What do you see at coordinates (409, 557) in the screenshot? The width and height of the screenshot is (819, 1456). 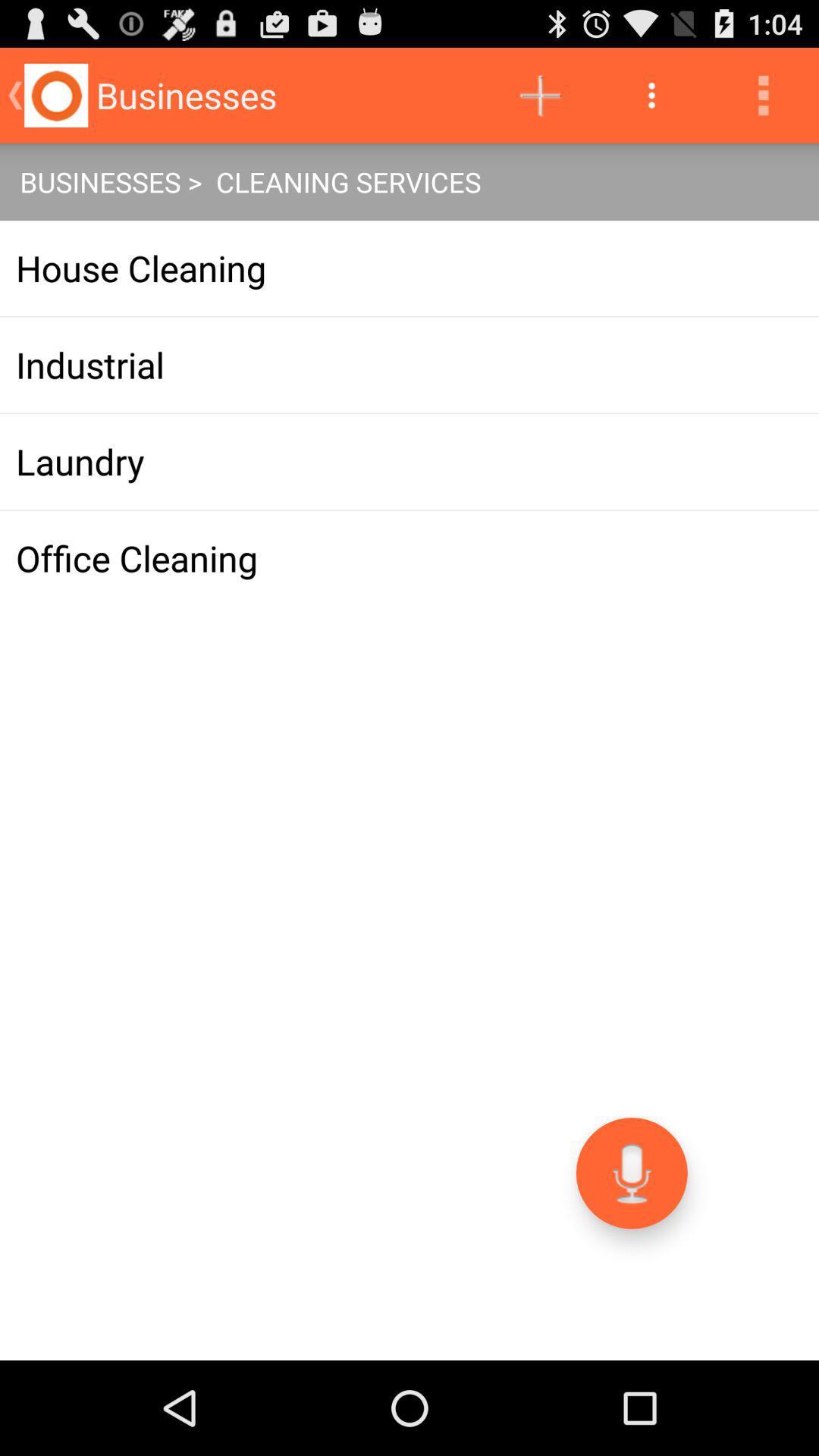 I see `icon below the laundry` at bounding box center [409, 557].